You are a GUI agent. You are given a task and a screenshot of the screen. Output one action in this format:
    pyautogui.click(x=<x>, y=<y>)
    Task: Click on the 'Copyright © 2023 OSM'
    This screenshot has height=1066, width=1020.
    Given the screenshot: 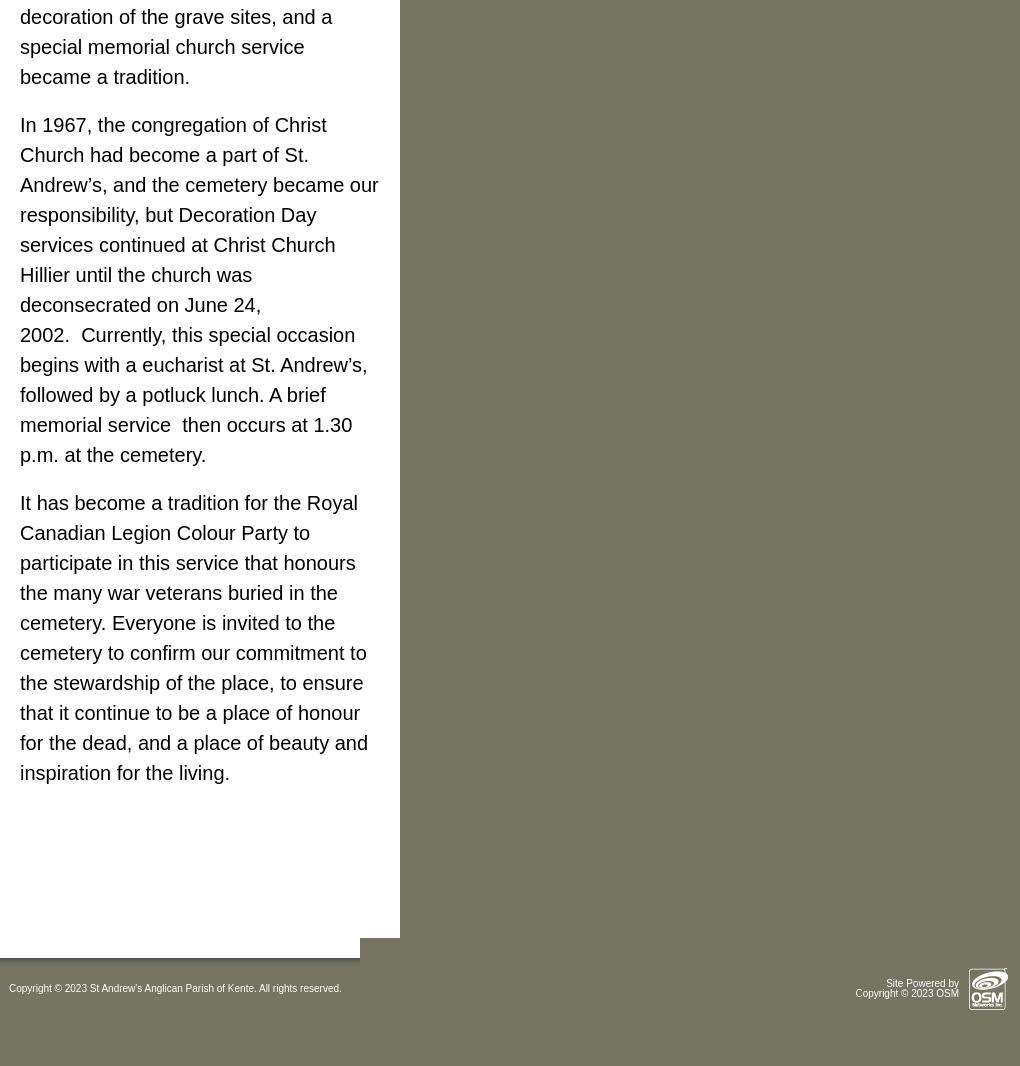 What is the action you would take?
    pyautogui.click(x=906, y=993)
    